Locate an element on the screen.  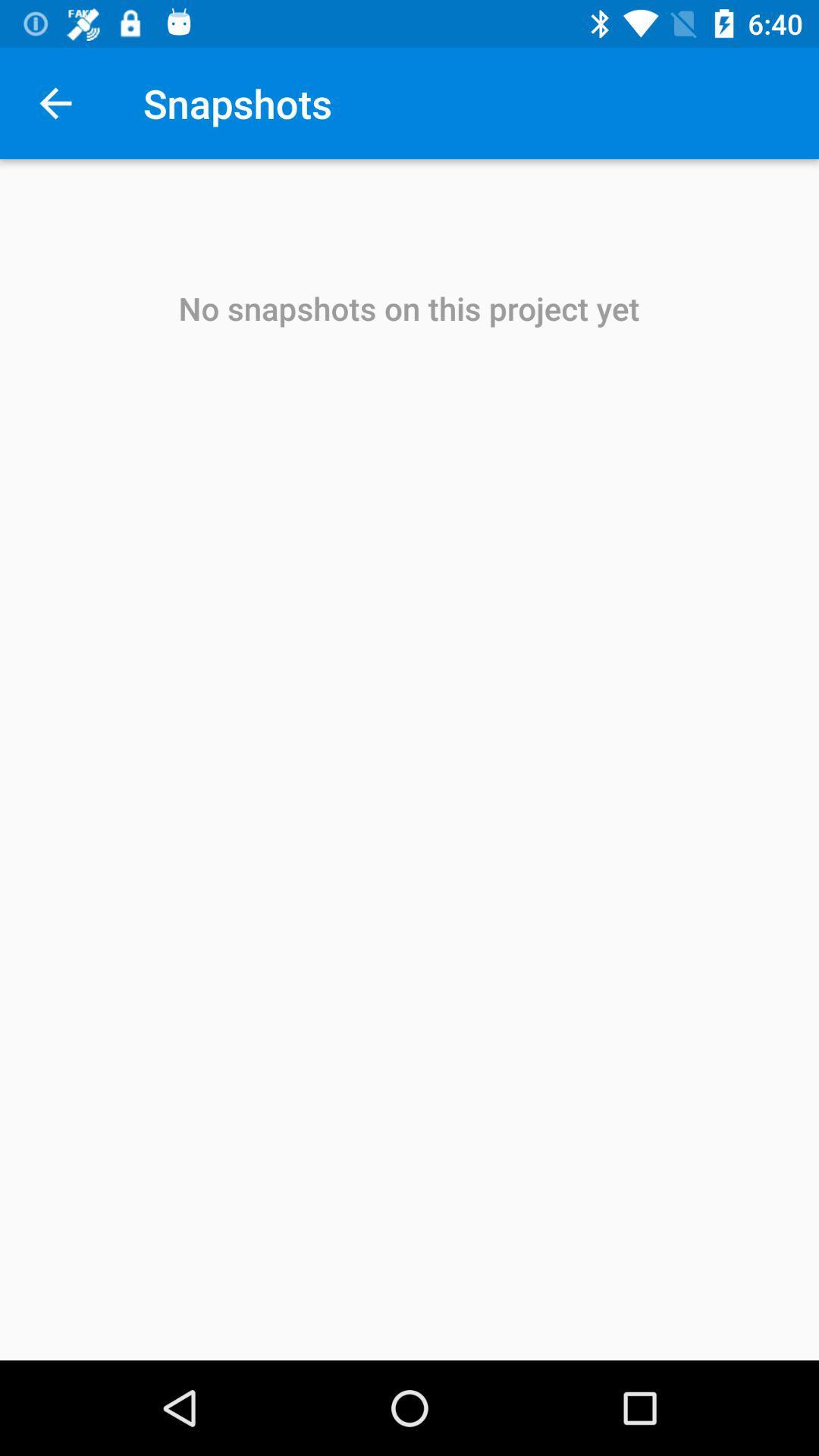
icon next to snapshots item is located at coordinates (55, 102).